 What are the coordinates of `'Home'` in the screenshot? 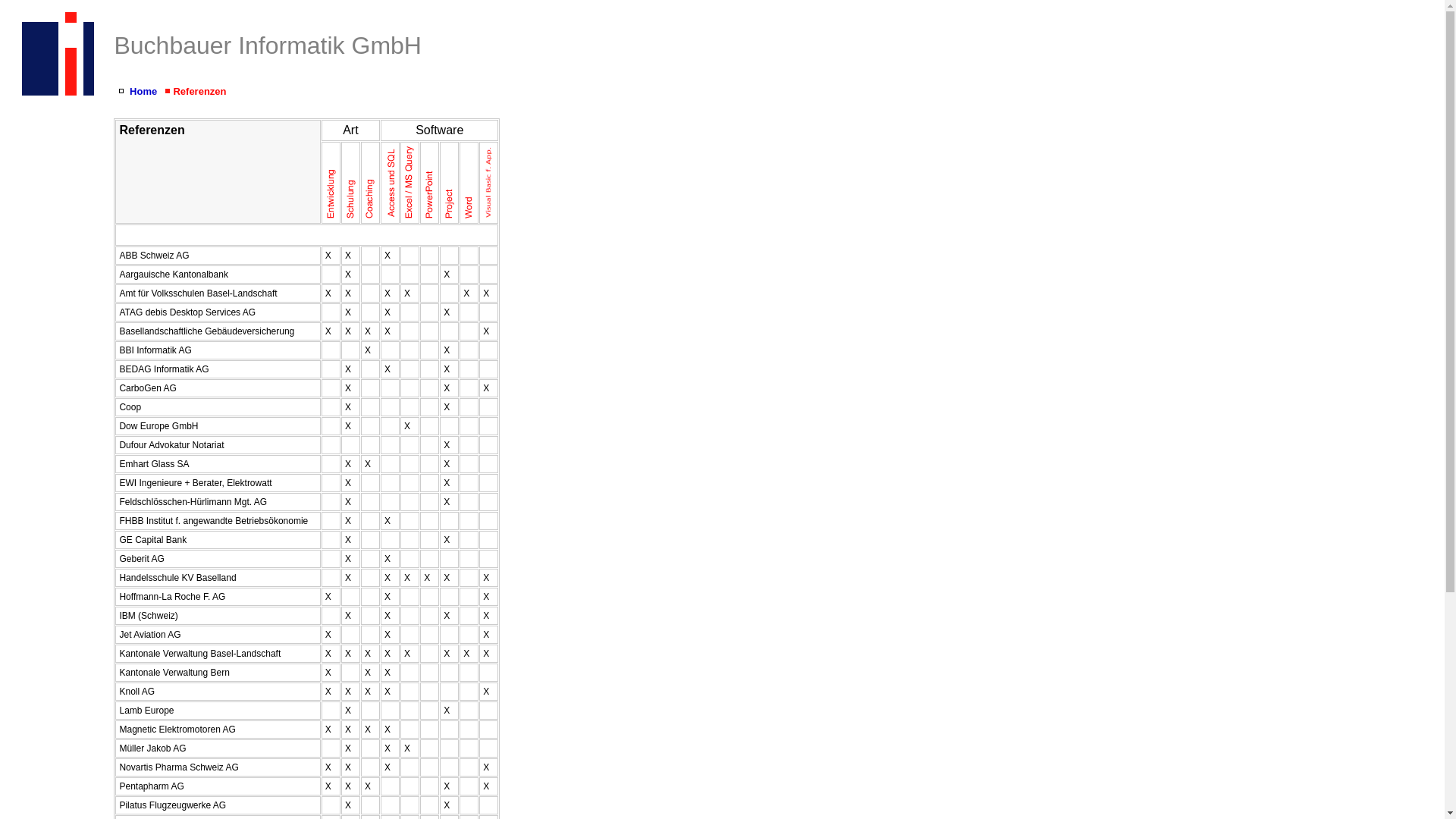 It's located at (143, 91).